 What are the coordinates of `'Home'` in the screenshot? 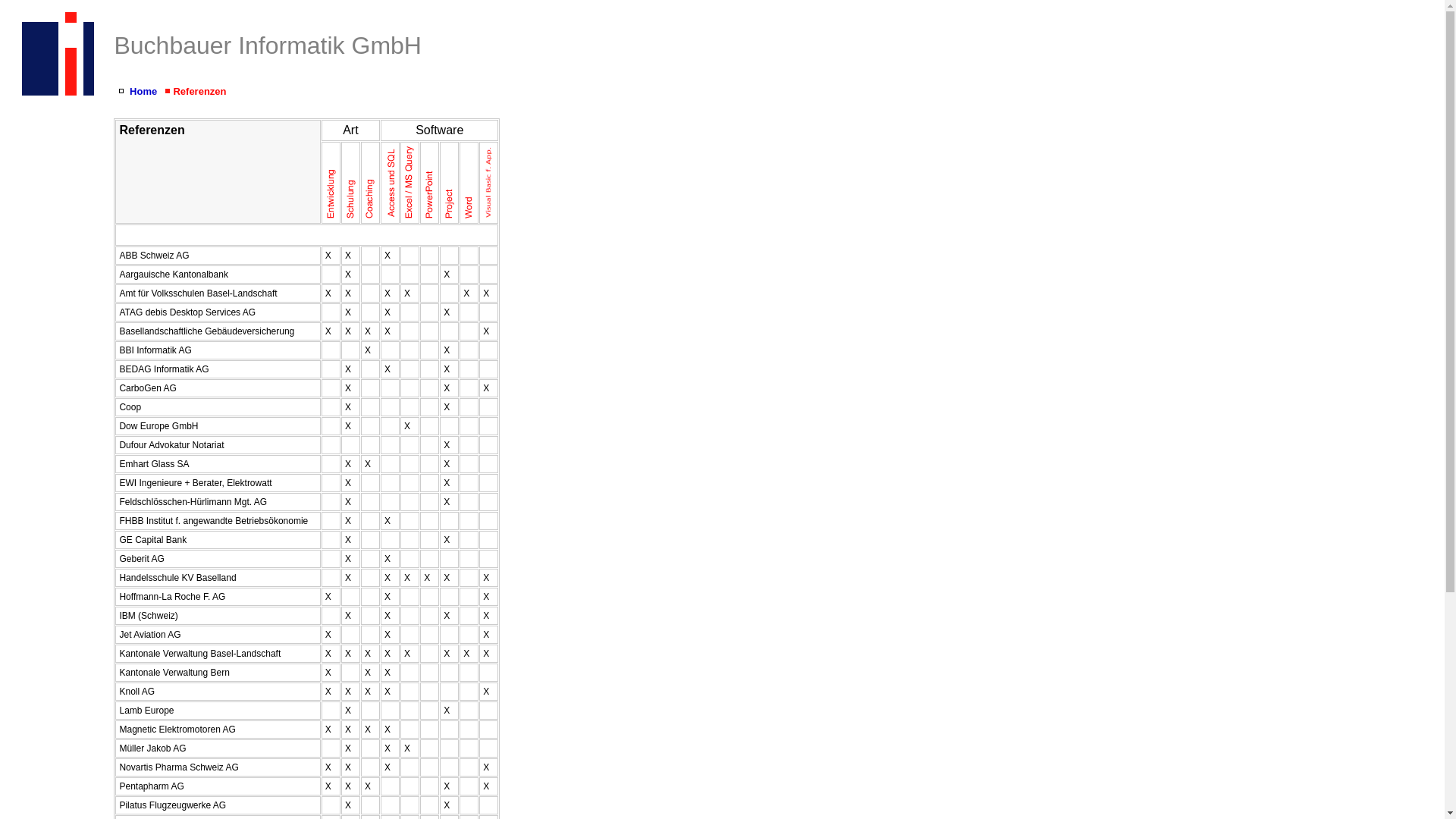 It's located at (143, 91).